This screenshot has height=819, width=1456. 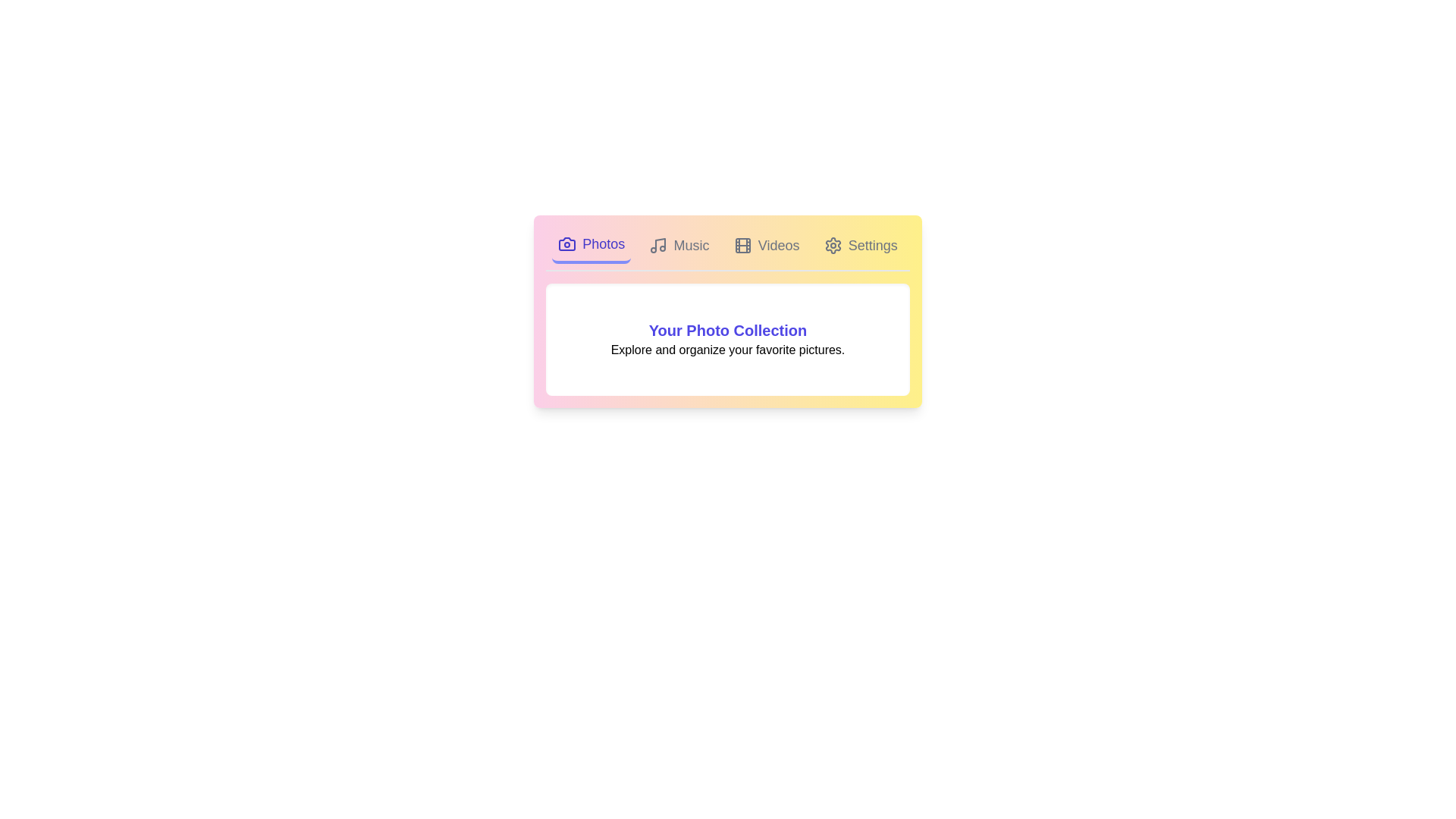 I want to click on the Settings tab to navigate to it, so click(x=861, y=245).